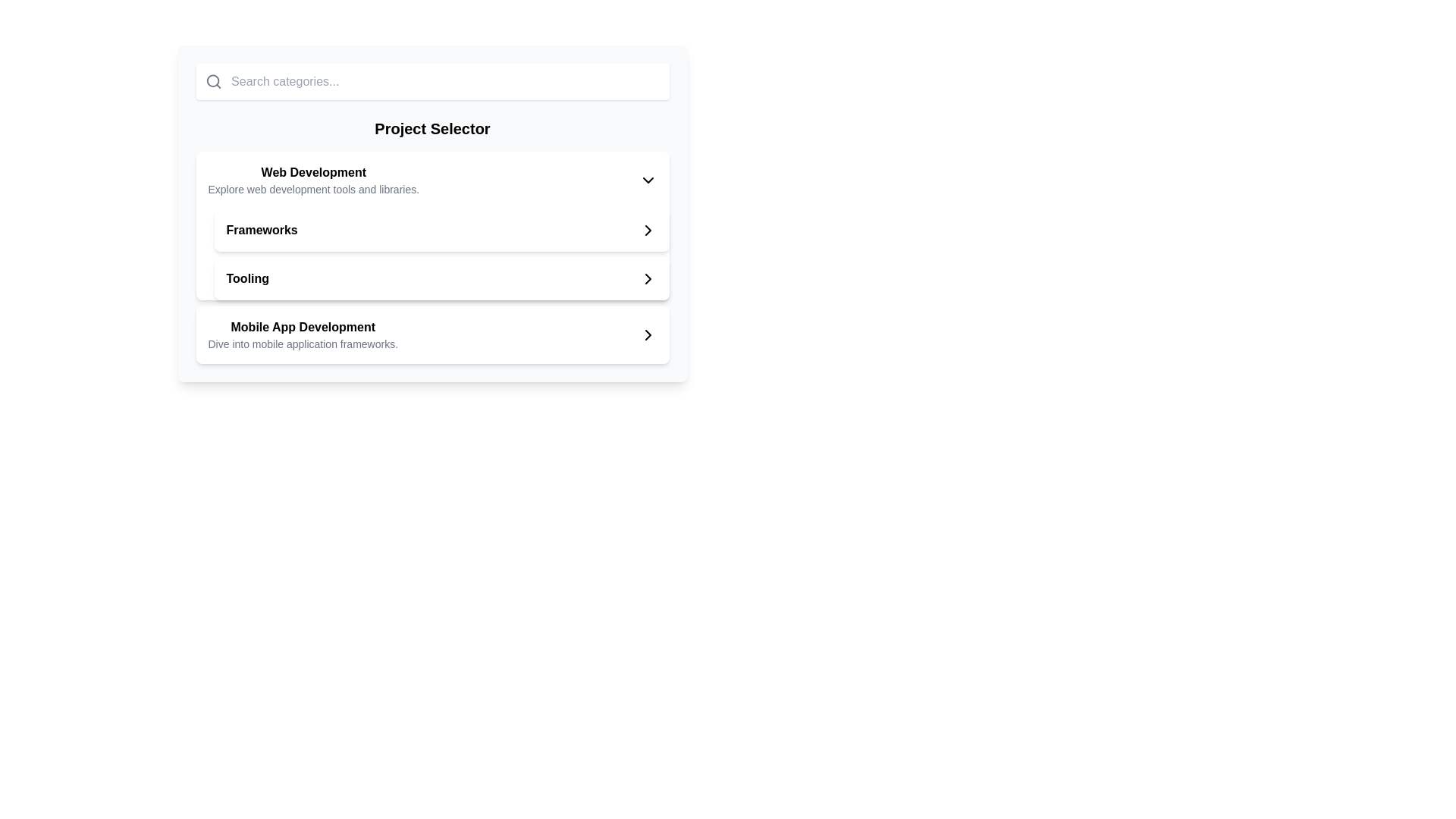 The image size is (1456, 819). What do you see at coordinates (303, 344) in the screenshot?
I see `the non-interactive text label providing additional information about the 'Mobile App Development' category, located below the title` at bounding box center [303, 344].